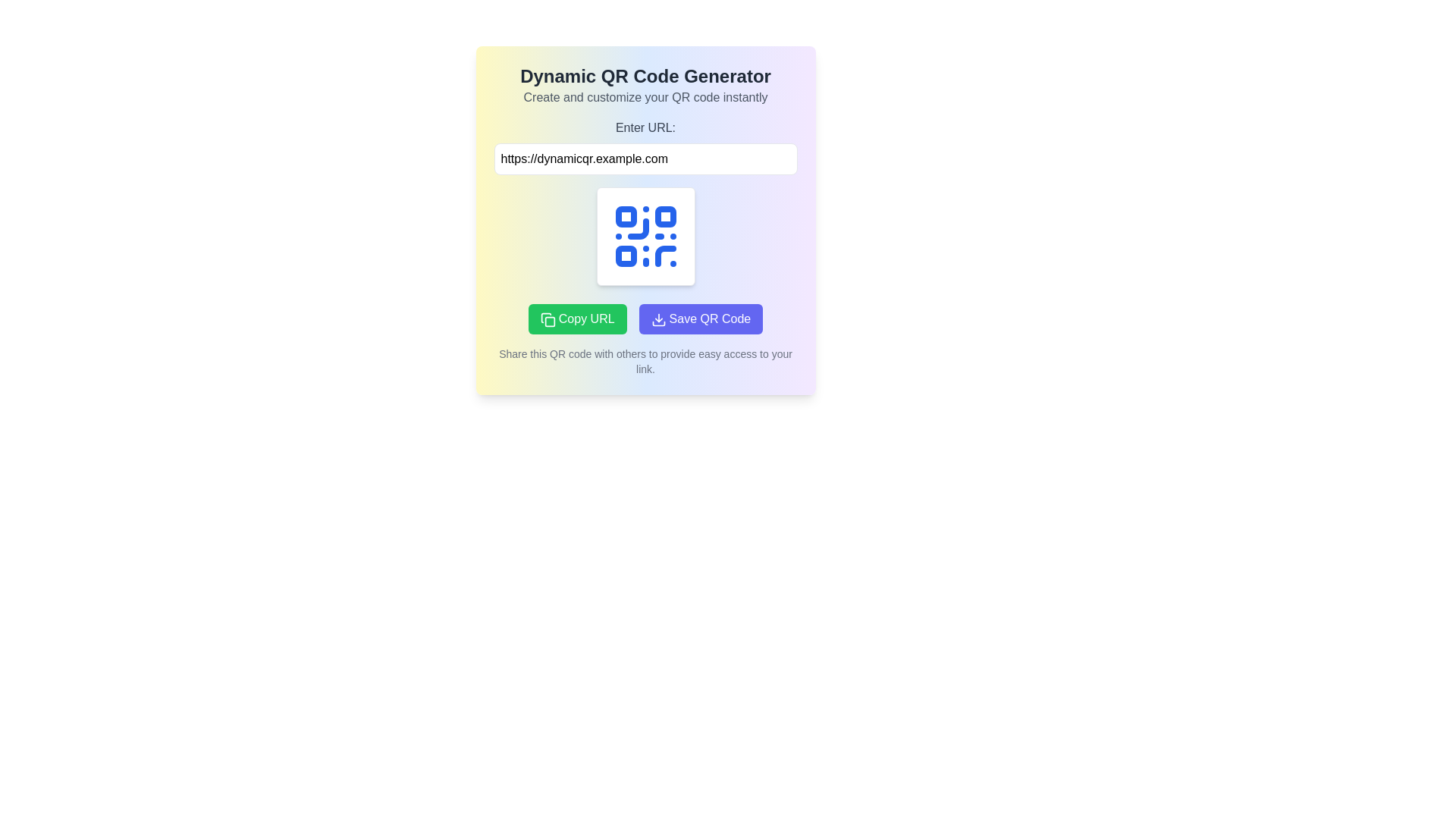  Describe the element at coordinates (645, 146) in the screenshot. I see `the text input field labeled 'Enter URL:' which contains the pre-filled URL 'https://dynamicqr.example.com'` at that location.